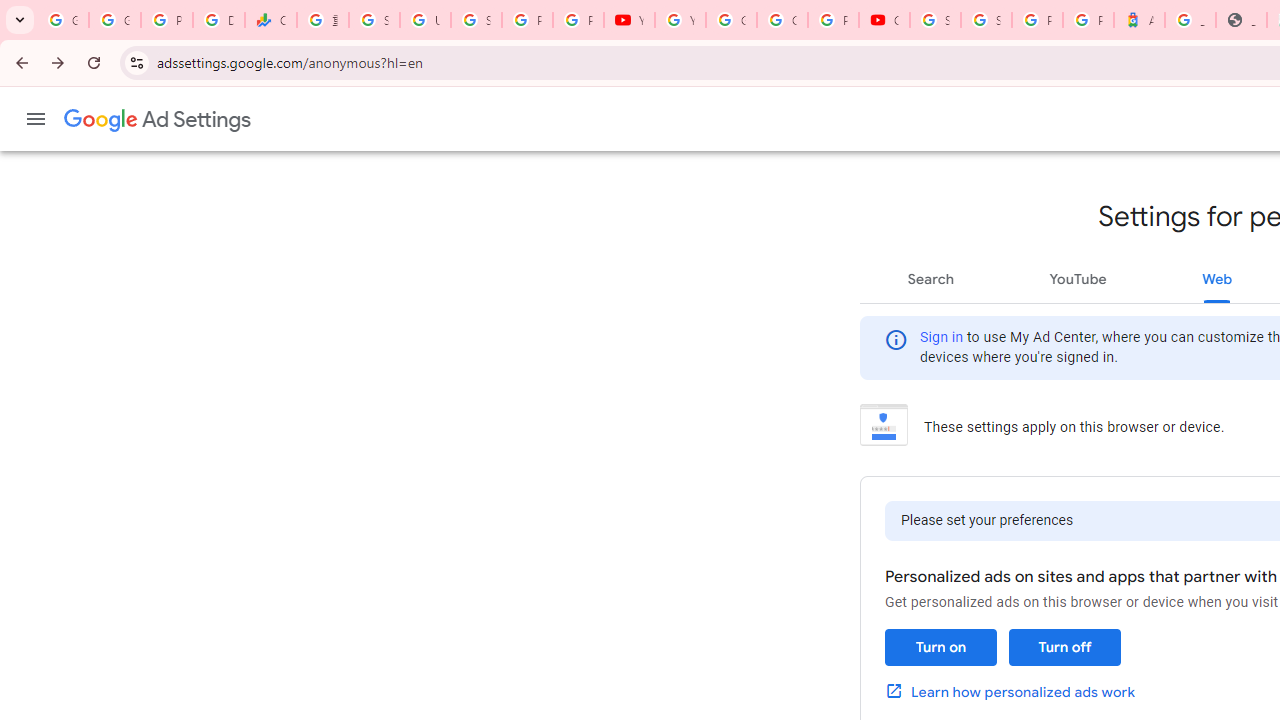  I want to click on 'Atour Hotel - Google hotels', so click(1139, 20).